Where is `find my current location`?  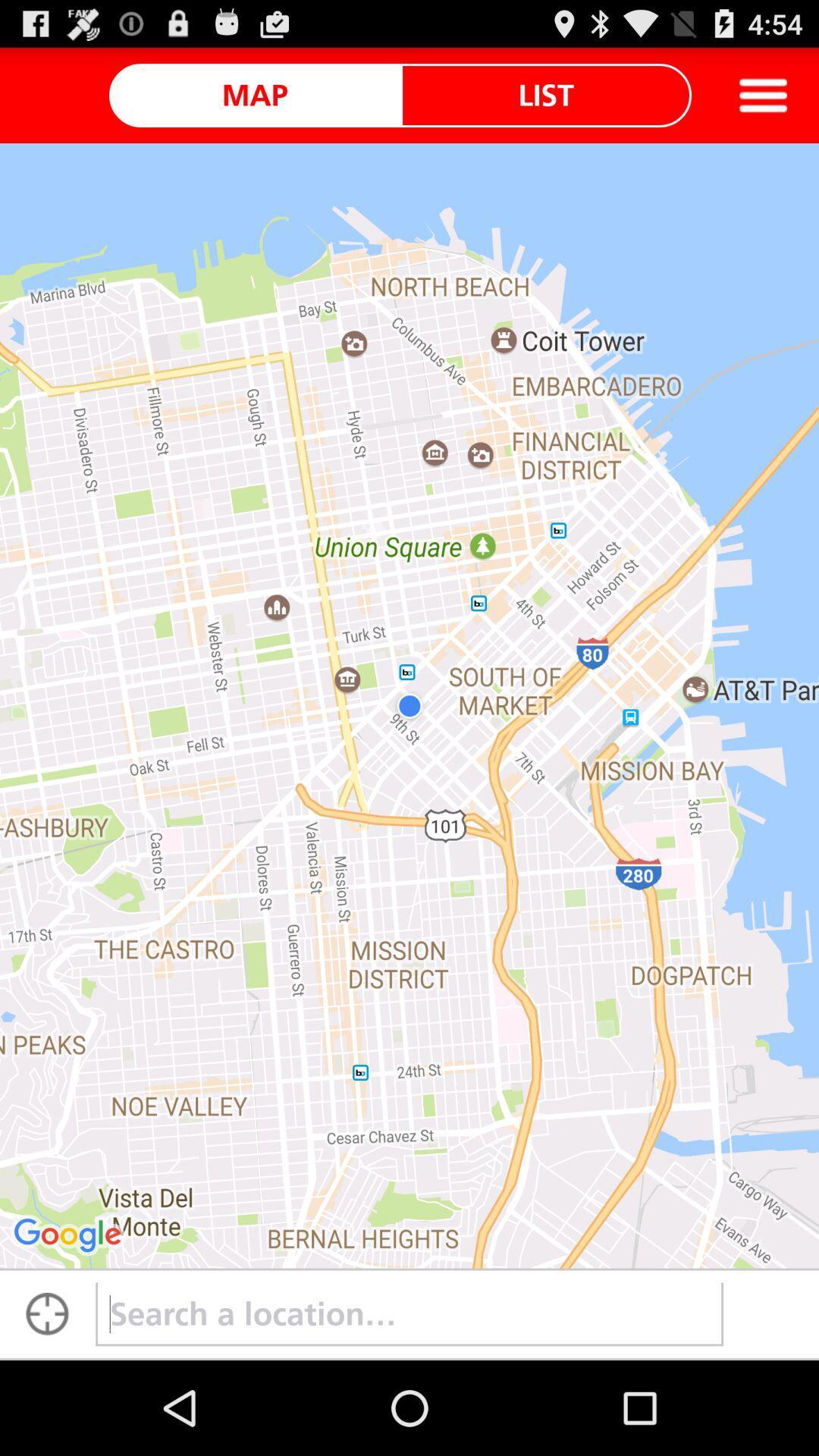 find my current location is located at coordinates (46, 1313).